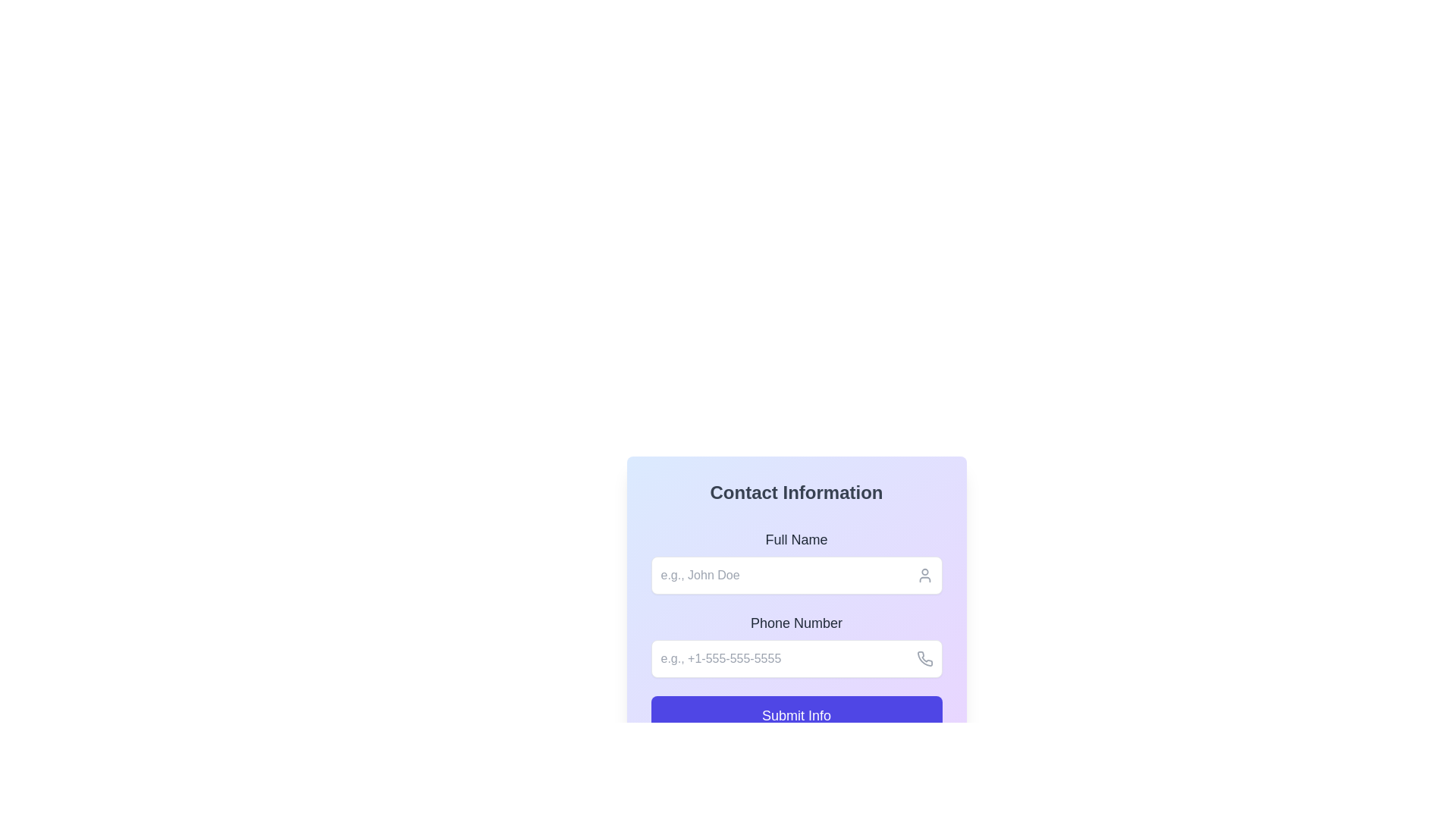 This screenshot has height=819, width=1456. What do you see at coordinates (795, 645) in the screenshot?
I see `to focus the phone number input field, which is the second input field in the form located below the 'Full Name' input section` at bounding box center [795, 645].